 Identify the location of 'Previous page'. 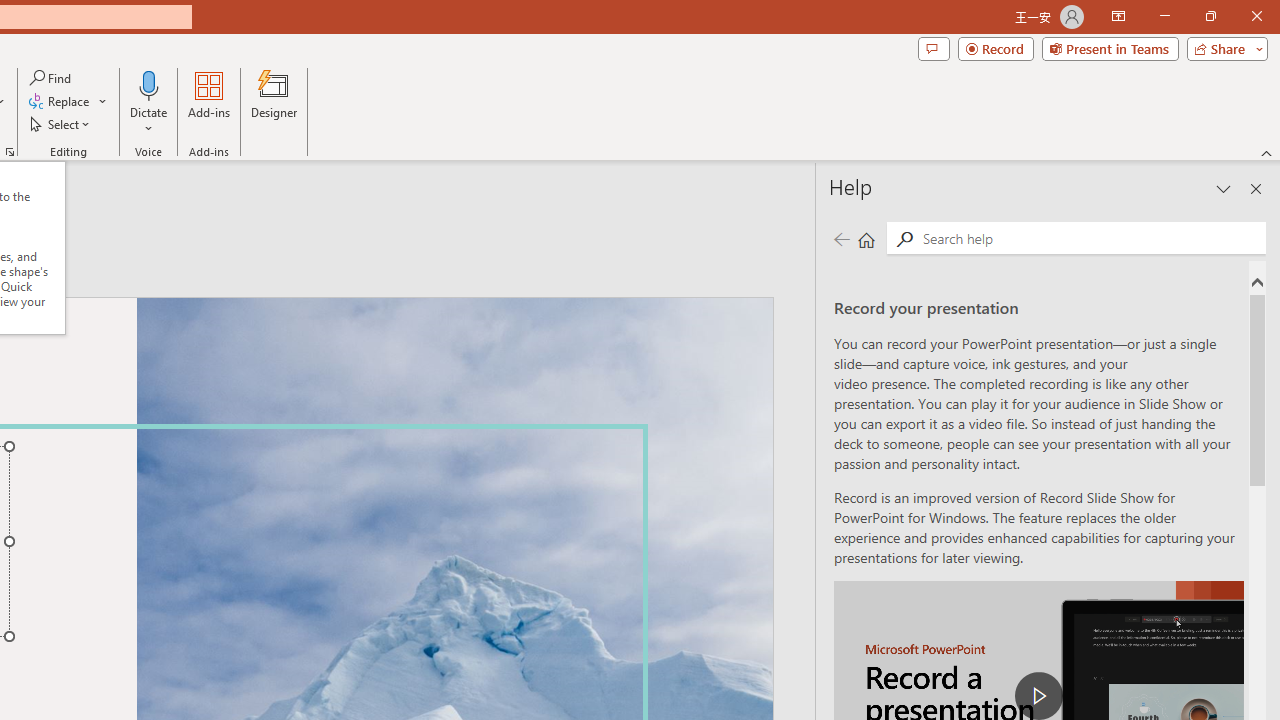
(841, 238).